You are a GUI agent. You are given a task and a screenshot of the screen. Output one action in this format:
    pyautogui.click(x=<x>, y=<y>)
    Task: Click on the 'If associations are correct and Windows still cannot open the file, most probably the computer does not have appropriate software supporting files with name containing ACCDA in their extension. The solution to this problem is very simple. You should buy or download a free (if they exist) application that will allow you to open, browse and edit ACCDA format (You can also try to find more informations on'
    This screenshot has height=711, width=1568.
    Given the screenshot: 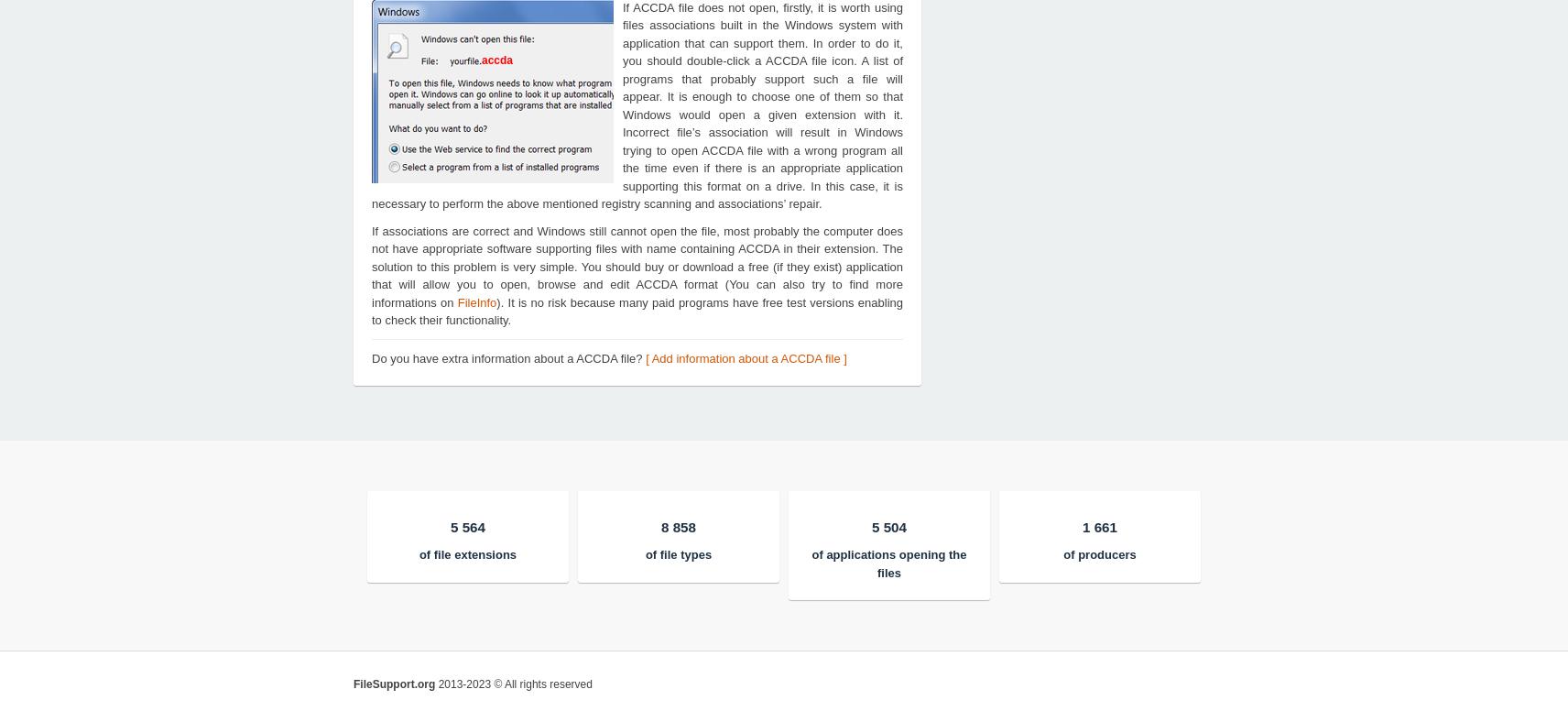 What is the action you would take?
    pyautogui.click(x=637, y=265)
    